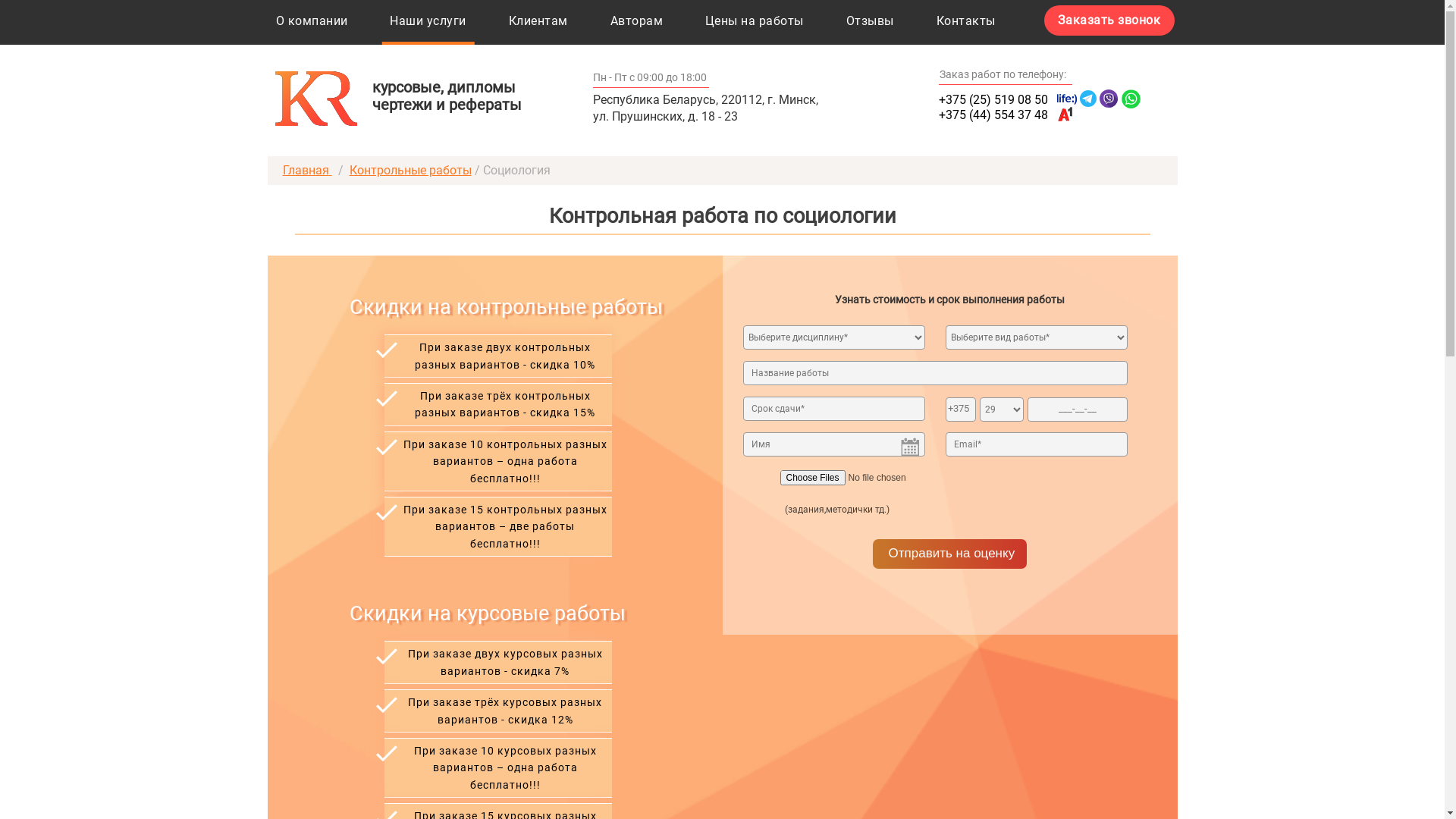  I want to click on '+375 (44) 554 37 48', so click(1006, 114).